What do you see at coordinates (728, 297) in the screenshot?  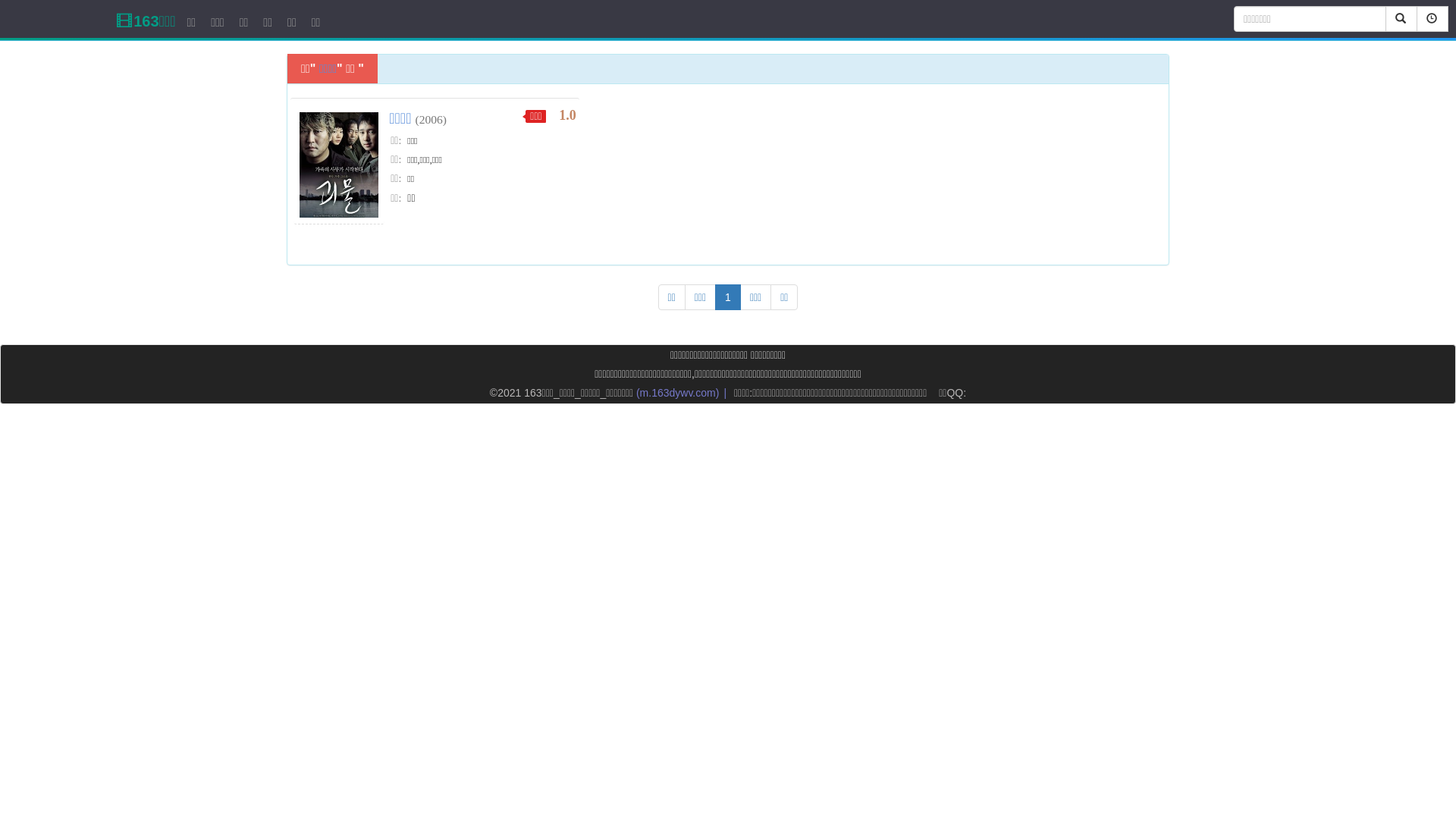 I see `'1'` at bounding box center [728, 297].